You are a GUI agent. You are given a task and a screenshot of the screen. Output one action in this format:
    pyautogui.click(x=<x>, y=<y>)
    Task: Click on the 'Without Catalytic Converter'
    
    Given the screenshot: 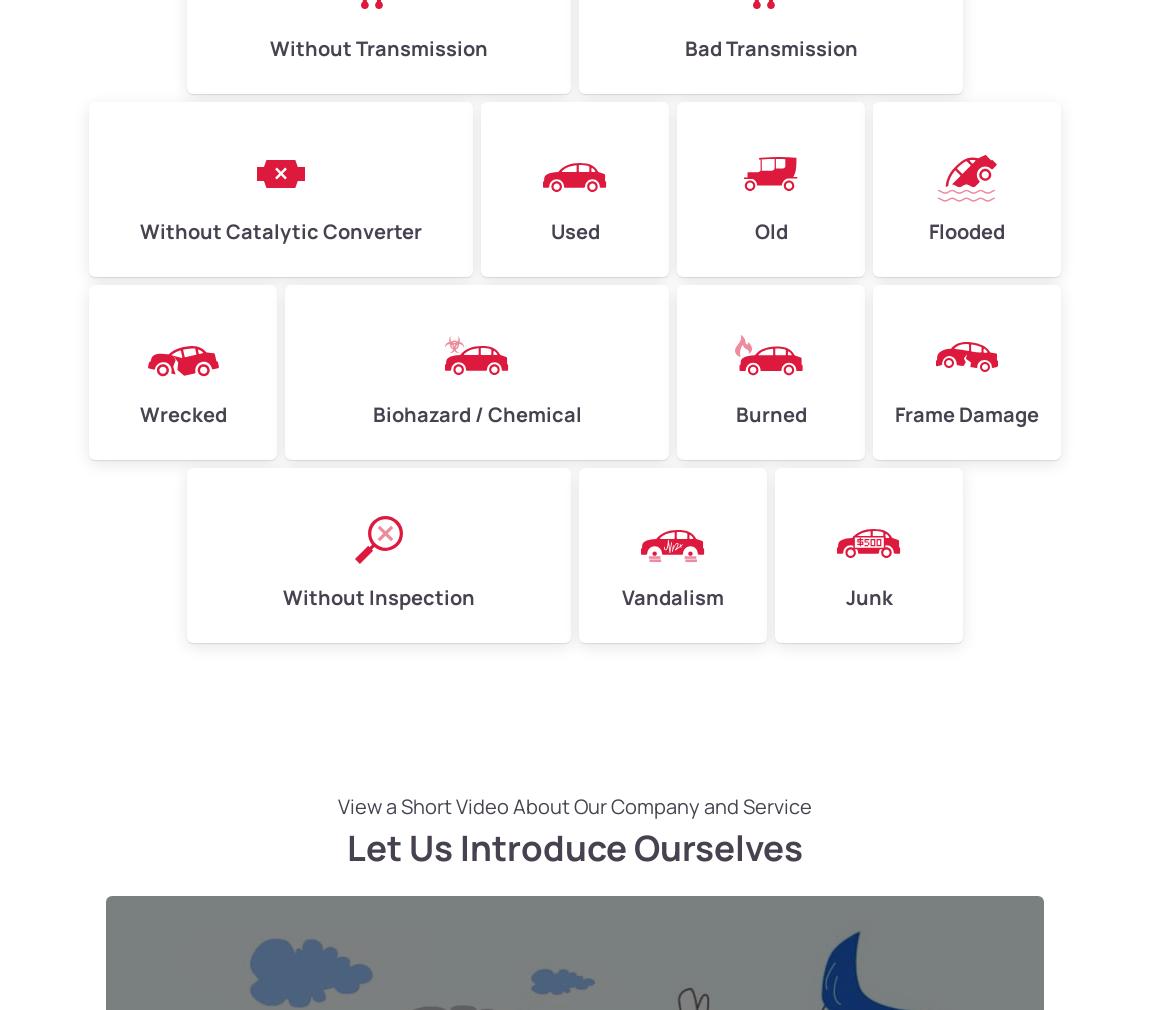 What is the action you would take?
    pyautogui.click(x=279, y=230)
    